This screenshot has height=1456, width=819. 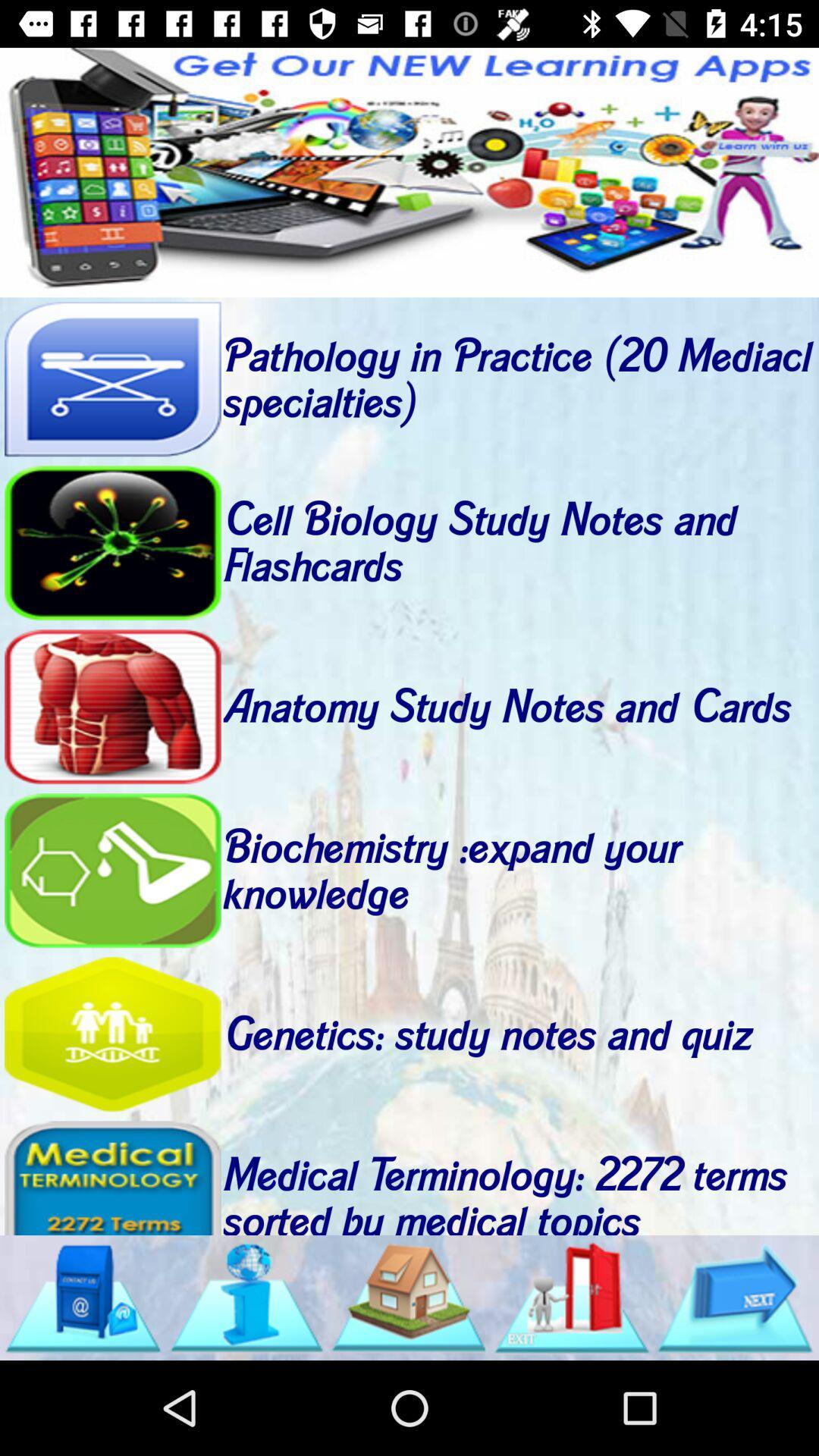 I want to click on the info icon, so click(x=245, y=1297).